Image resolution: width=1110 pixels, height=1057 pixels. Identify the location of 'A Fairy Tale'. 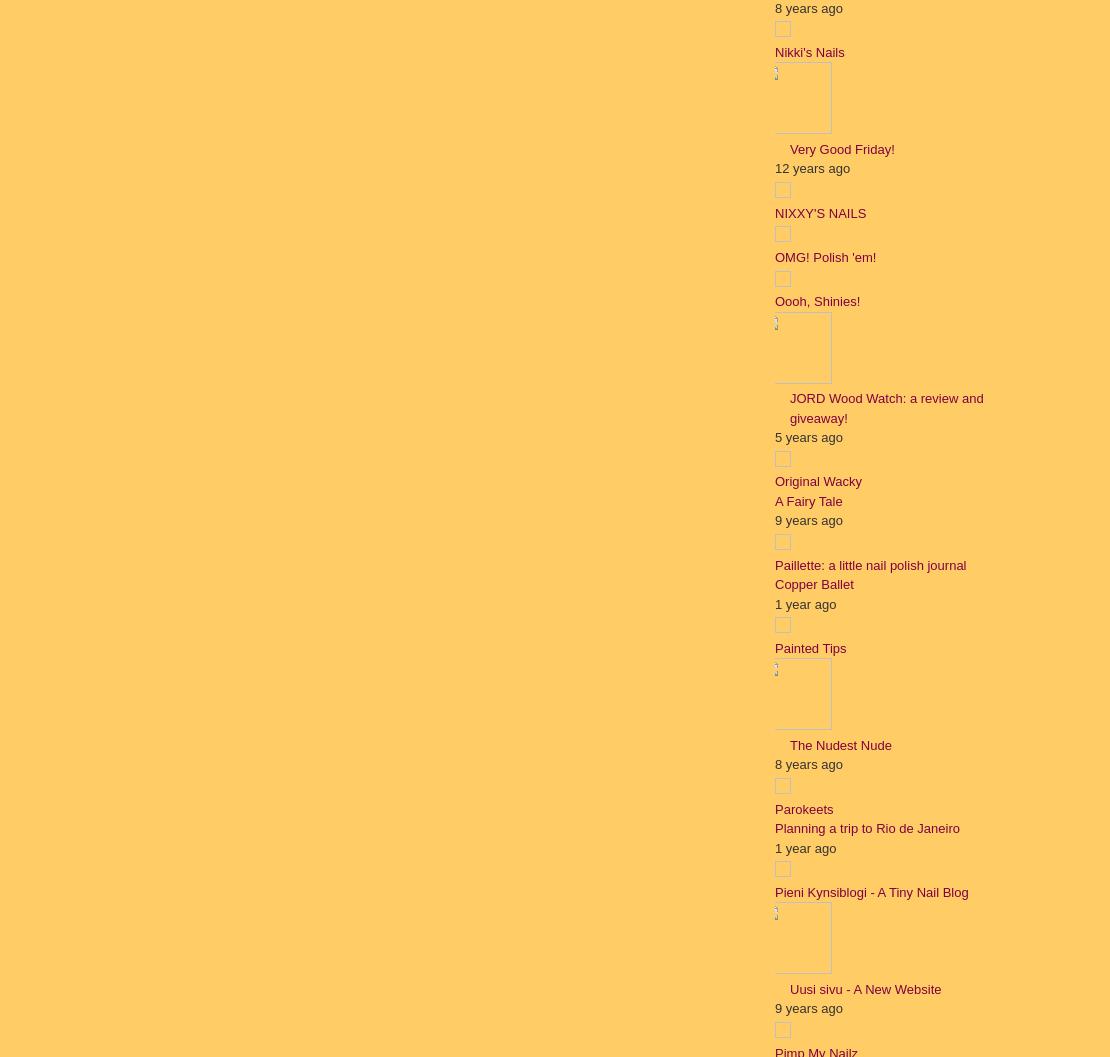
(774, 500).